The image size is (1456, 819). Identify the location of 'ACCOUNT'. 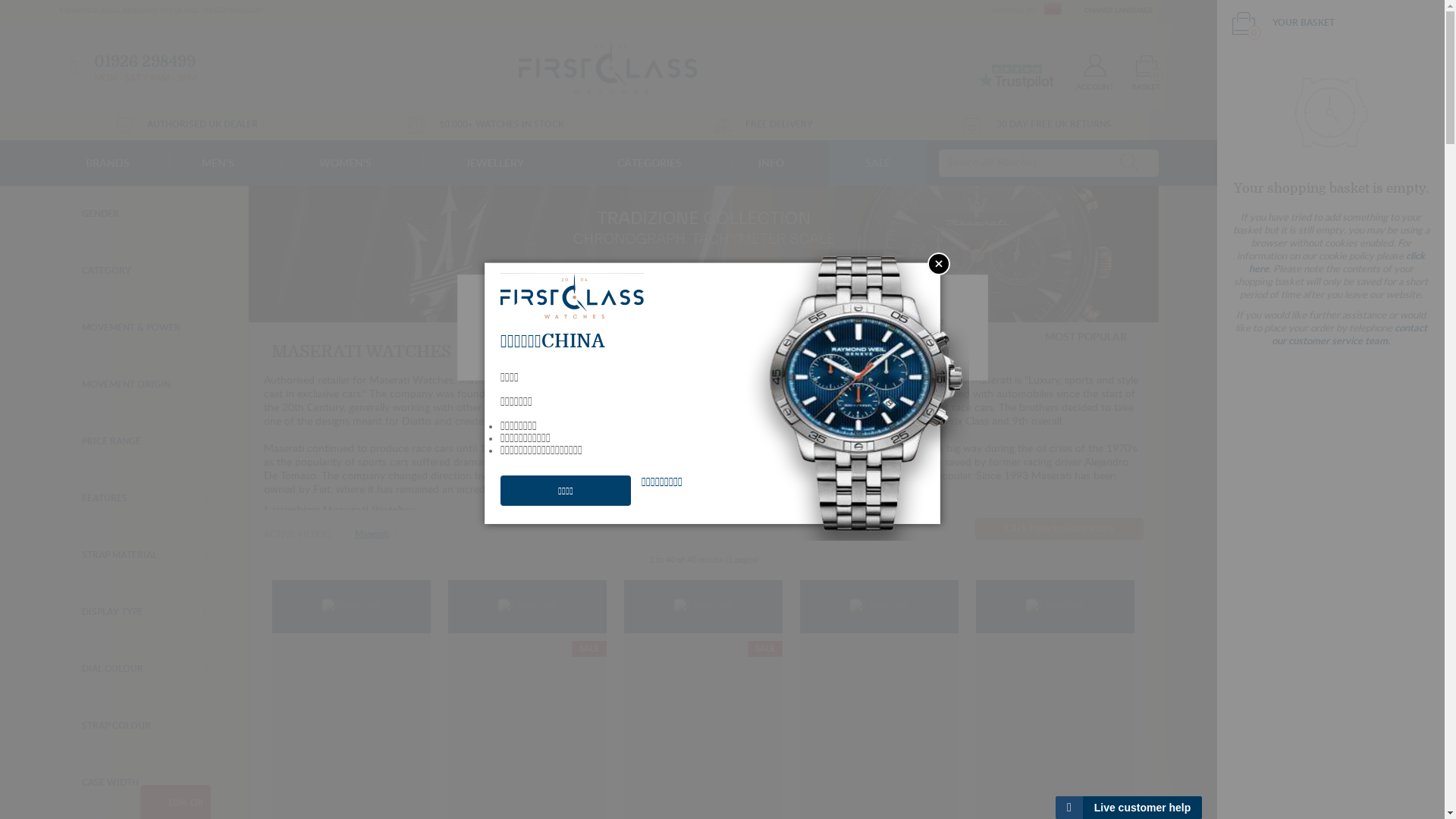
(1081, 72).